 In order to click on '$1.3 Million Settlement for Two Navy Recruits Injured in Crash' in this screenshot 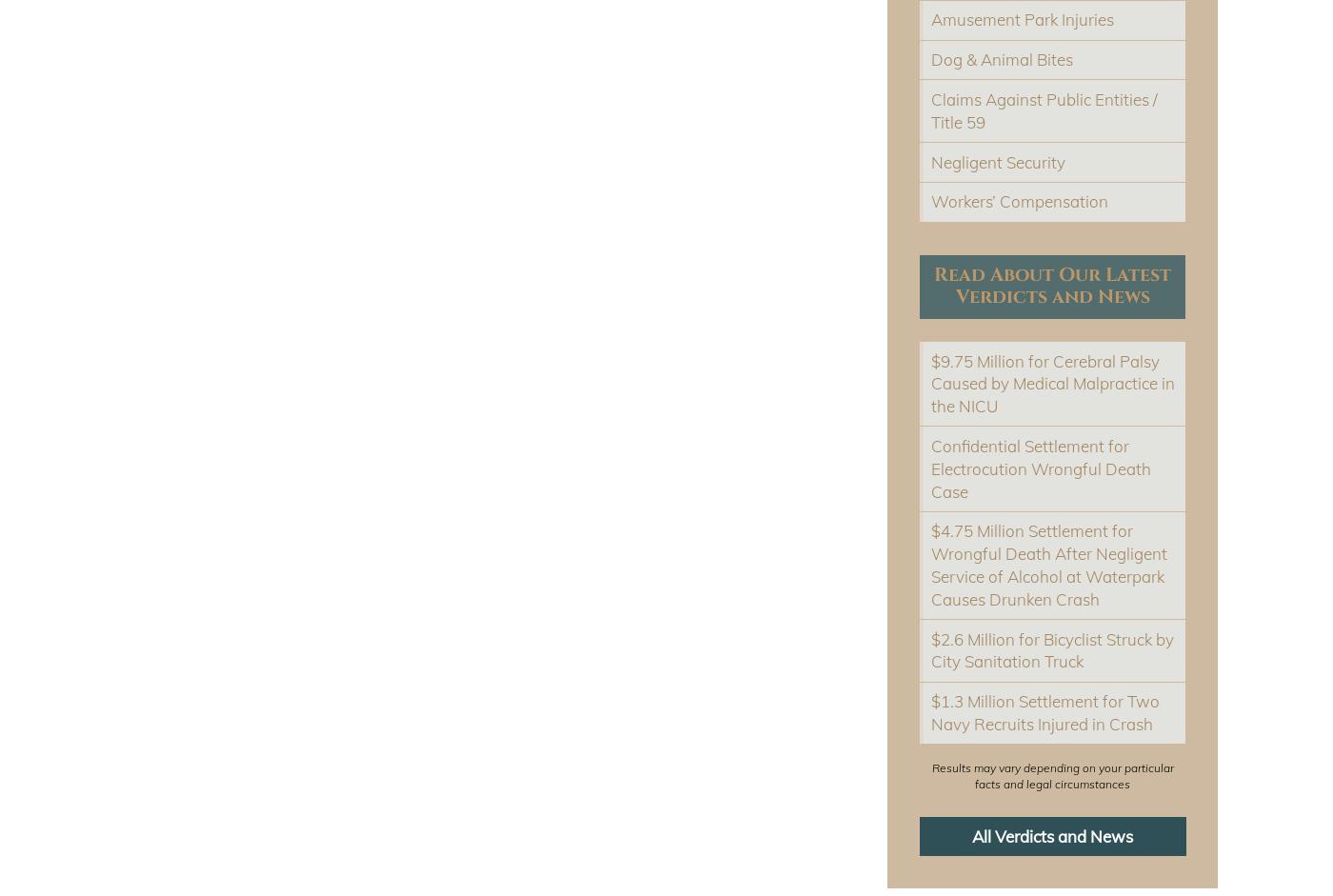, I will do `click(1045, 711)`.